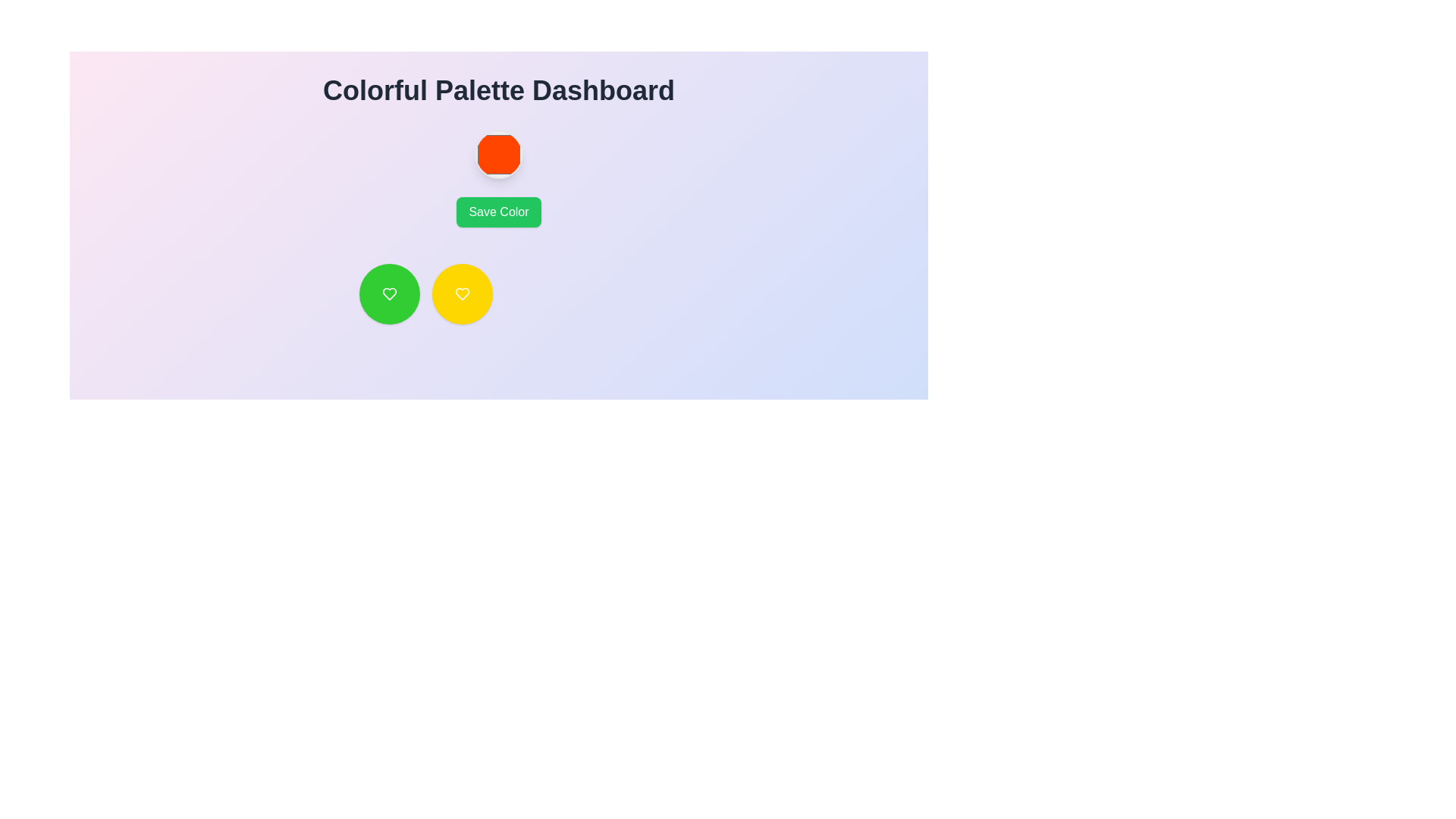  I want to click on the heart-shaped icon within the green circular button located in the bottom-left section of the interface layout, so click(389, 294).